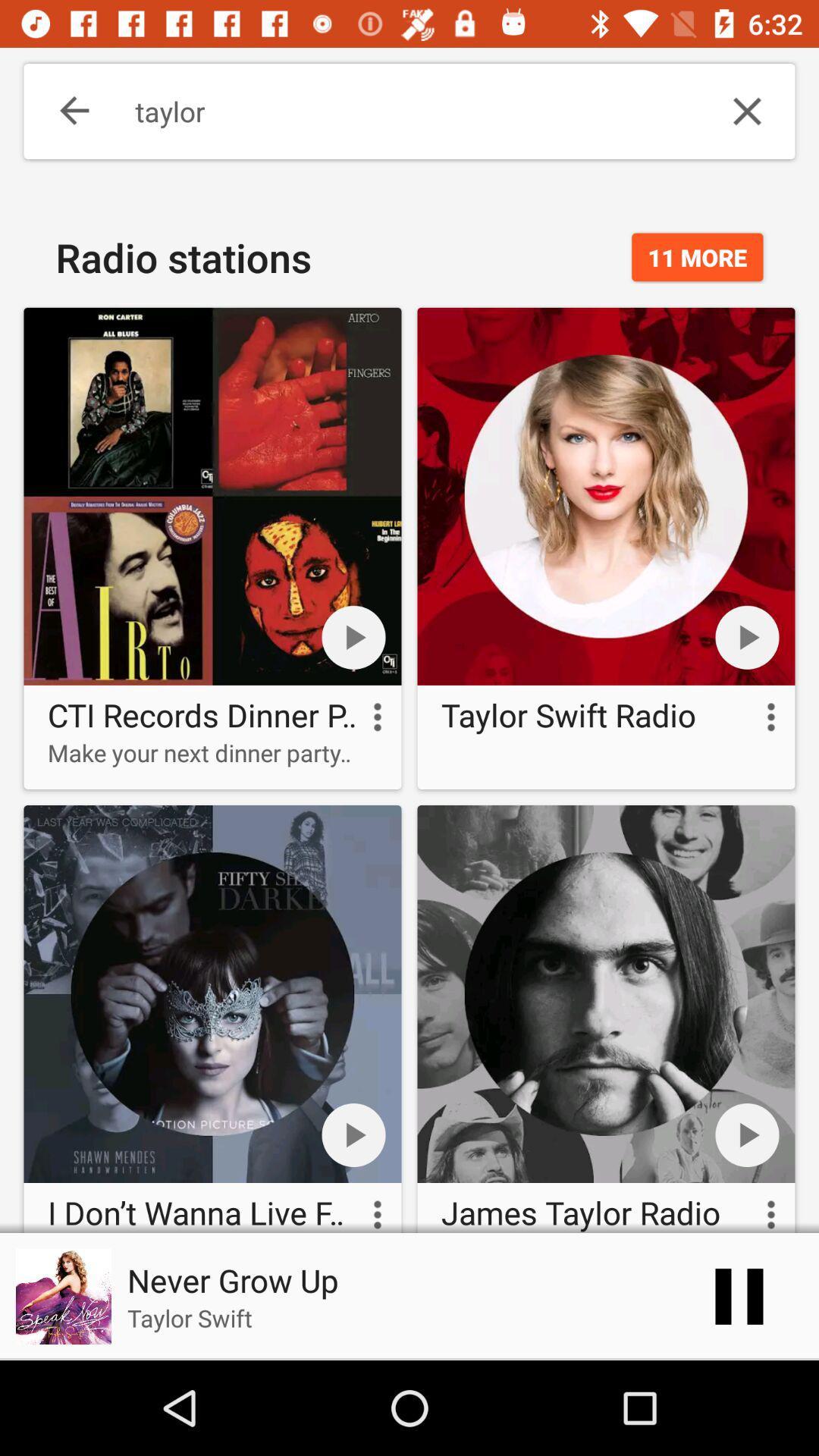 This screenshot has height=1456, width=819. What do you see at coordinates (213, 496) in the screenshot?
I see `first image in the page` at bounding box center [213, 496].